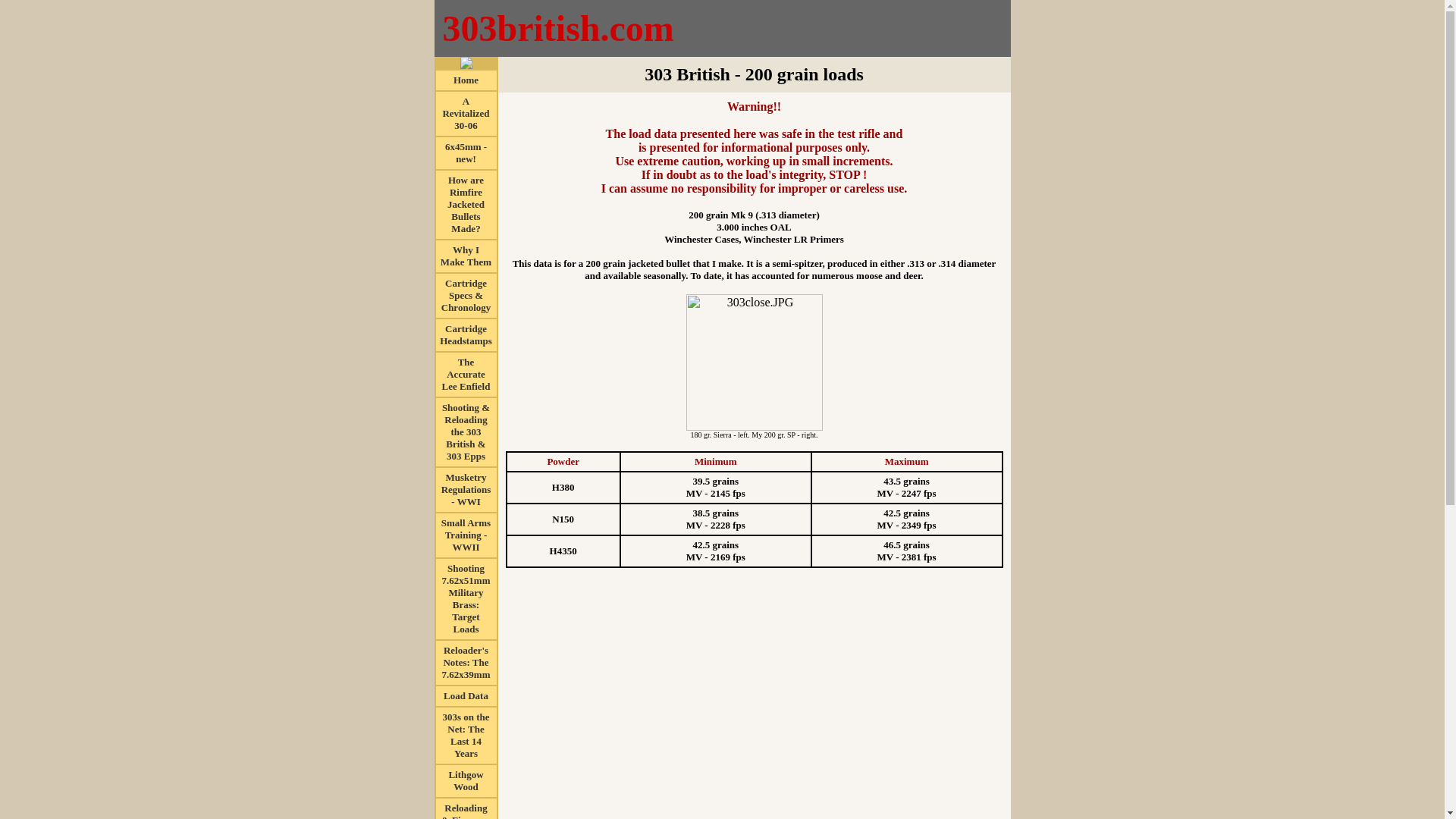 This screenshot has height=819, width=1456. I want to click on 'Why I Make Them', so click(465, 254).